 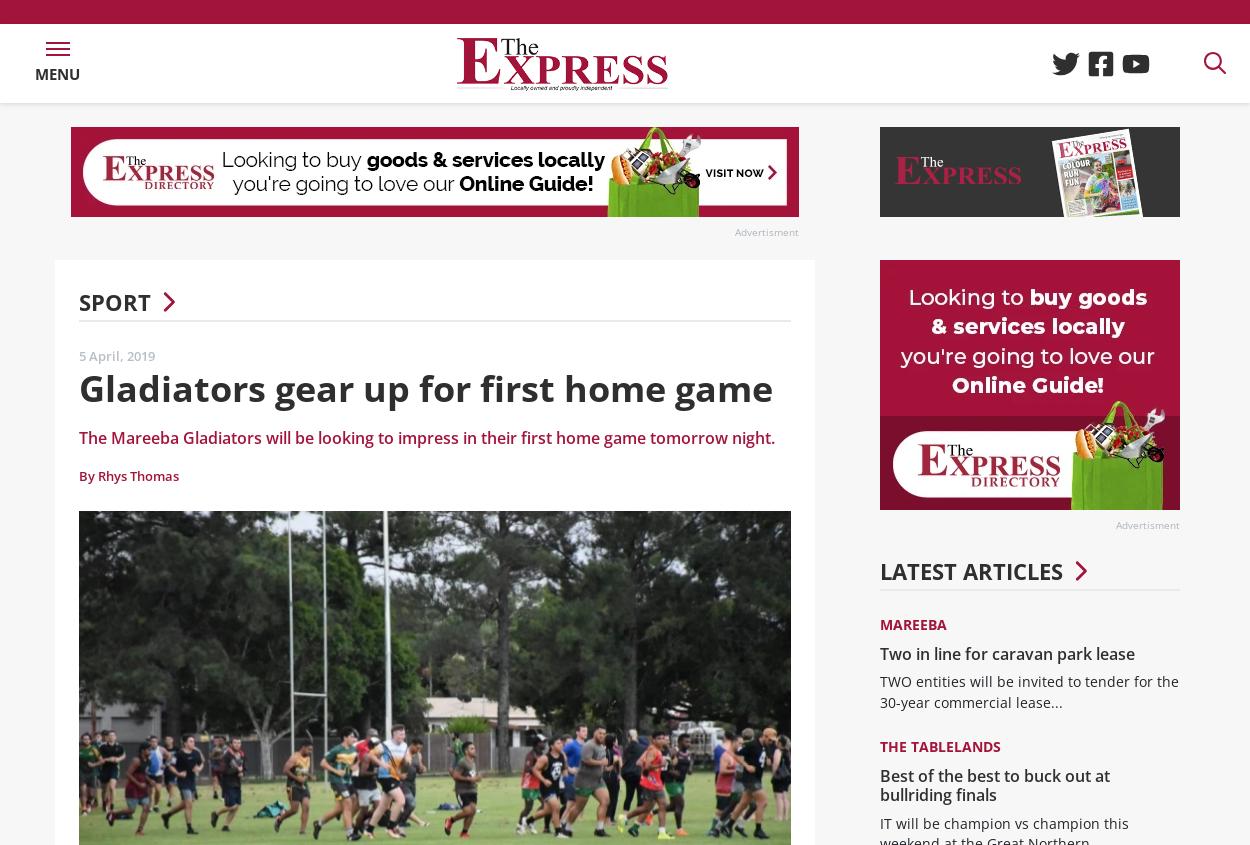 What do you see at coordinates (426, 402) in the screenshot?
I see `'Gladiators gear up for first home game'` at bounding box center [426, 402].